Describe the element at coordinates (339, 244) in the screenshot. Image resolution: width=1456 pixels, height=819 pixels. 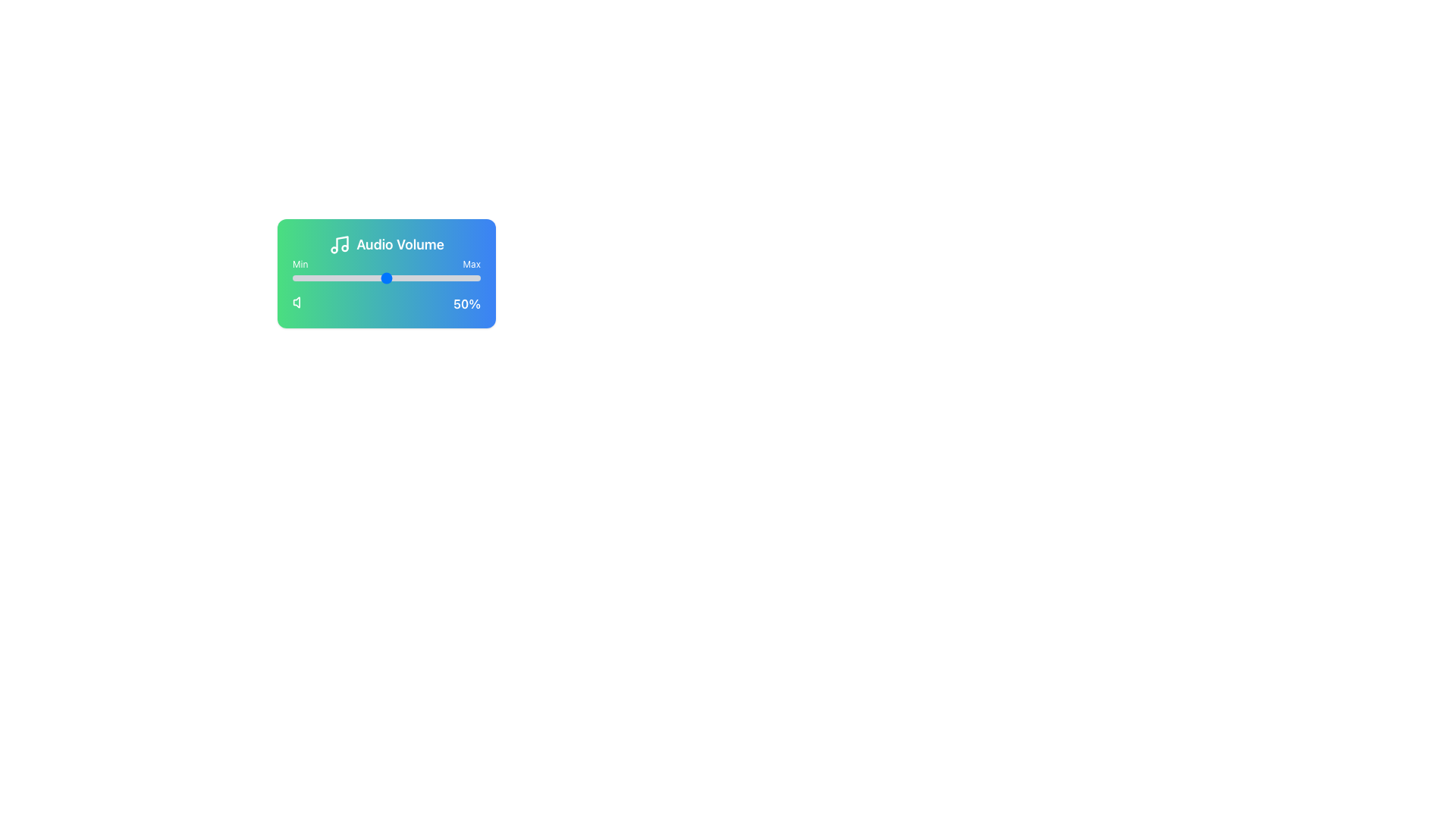
I see `the audio volume icon, which is the first element at the top of the card, aligned with the text 'Audio Volume'` at that location.